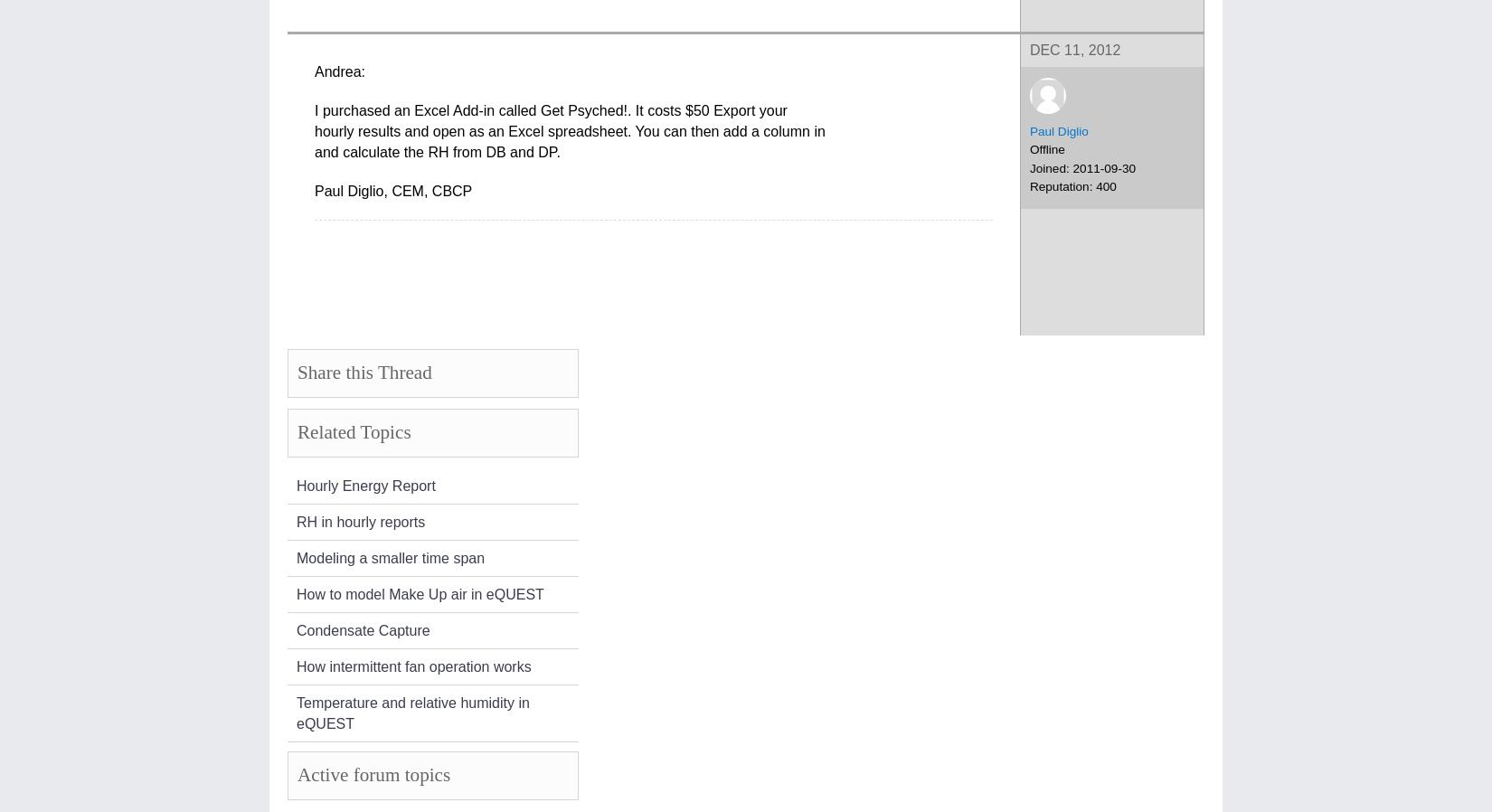  What do you see at coordinates (365, 484) in the screenshot?
I see `'Hourly Energy Report'` at bounding box center [365, 484].